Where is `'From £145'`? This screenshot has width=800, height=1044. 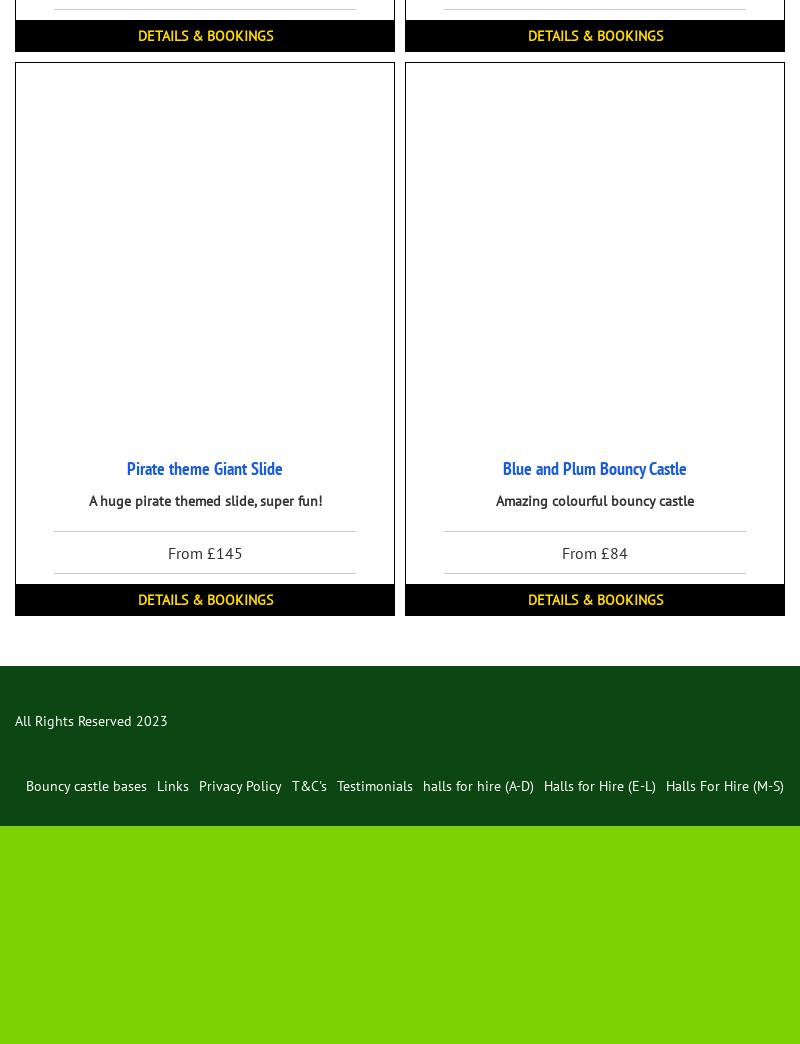
'From £145' is located at coordinates (204, 550).